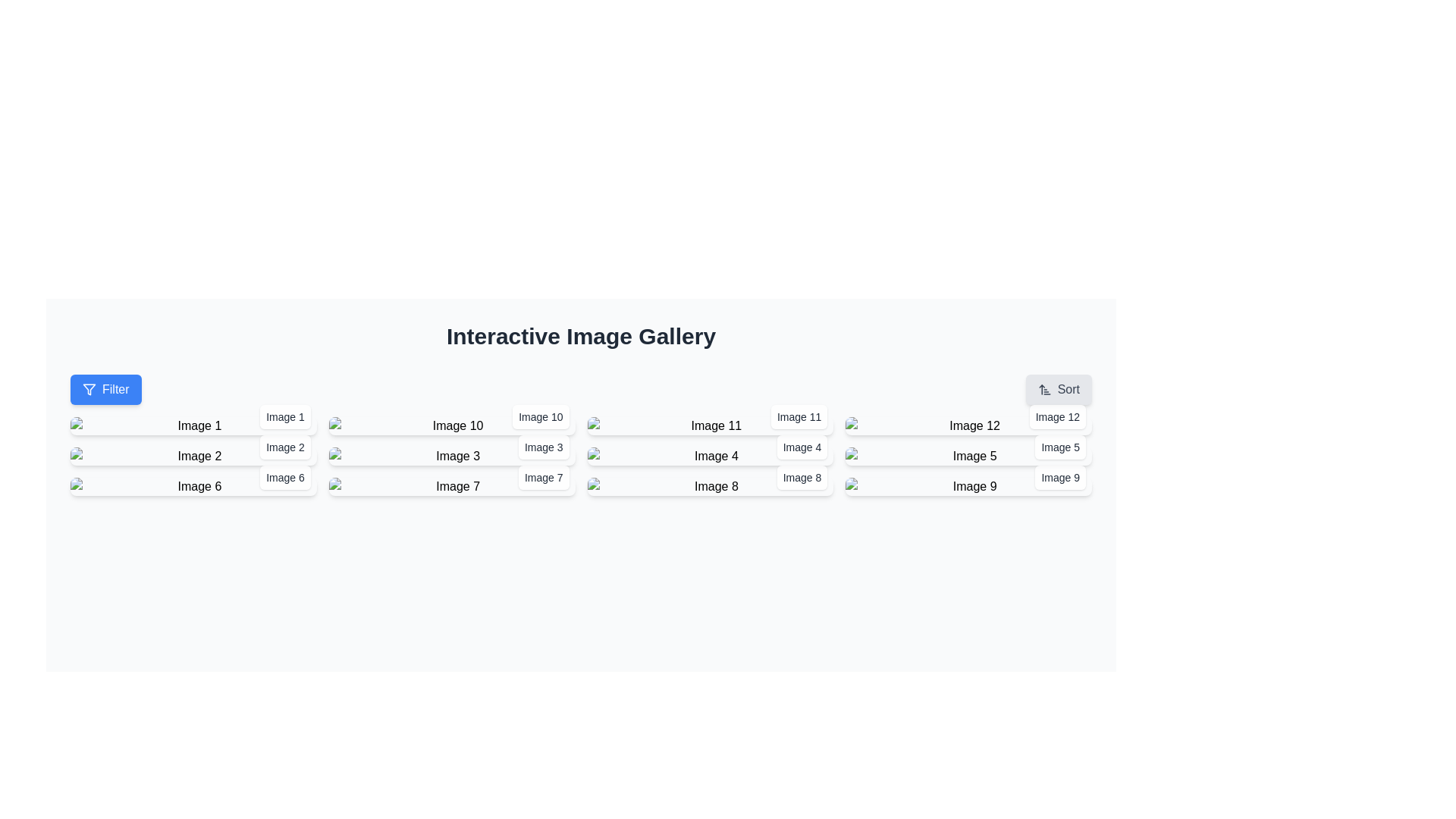 The width and height of the screenshot is (1456, 819). I want to click on the text label displaying 'Image 6' in a small, gray font located at the bottom-right of the third image thumbnail in the grid layout, so click(285, 476).